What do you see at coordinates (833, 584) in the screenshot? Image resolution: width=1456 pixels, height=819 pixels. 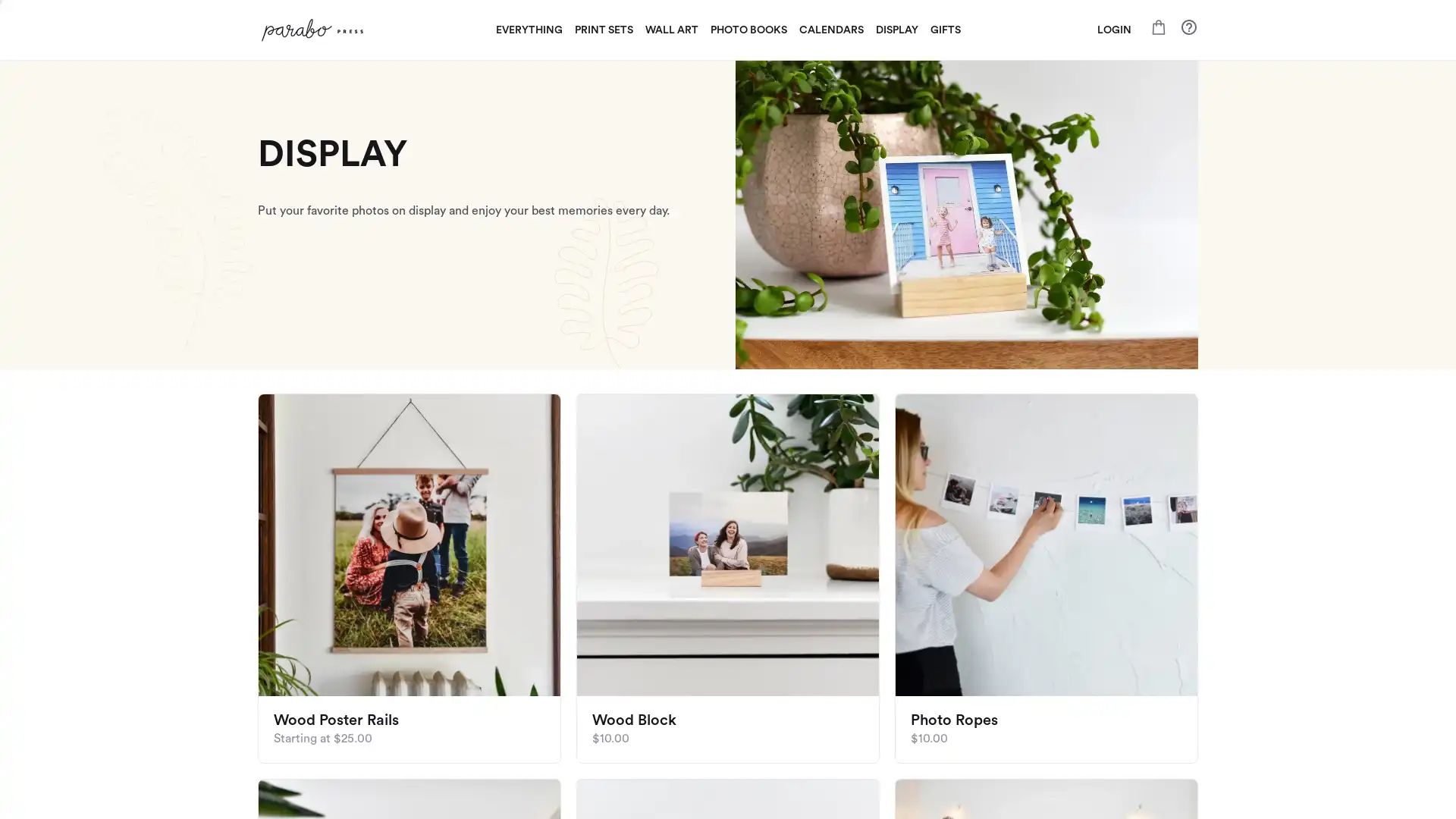 I see `subscribe` at bounding box center [833, 584].